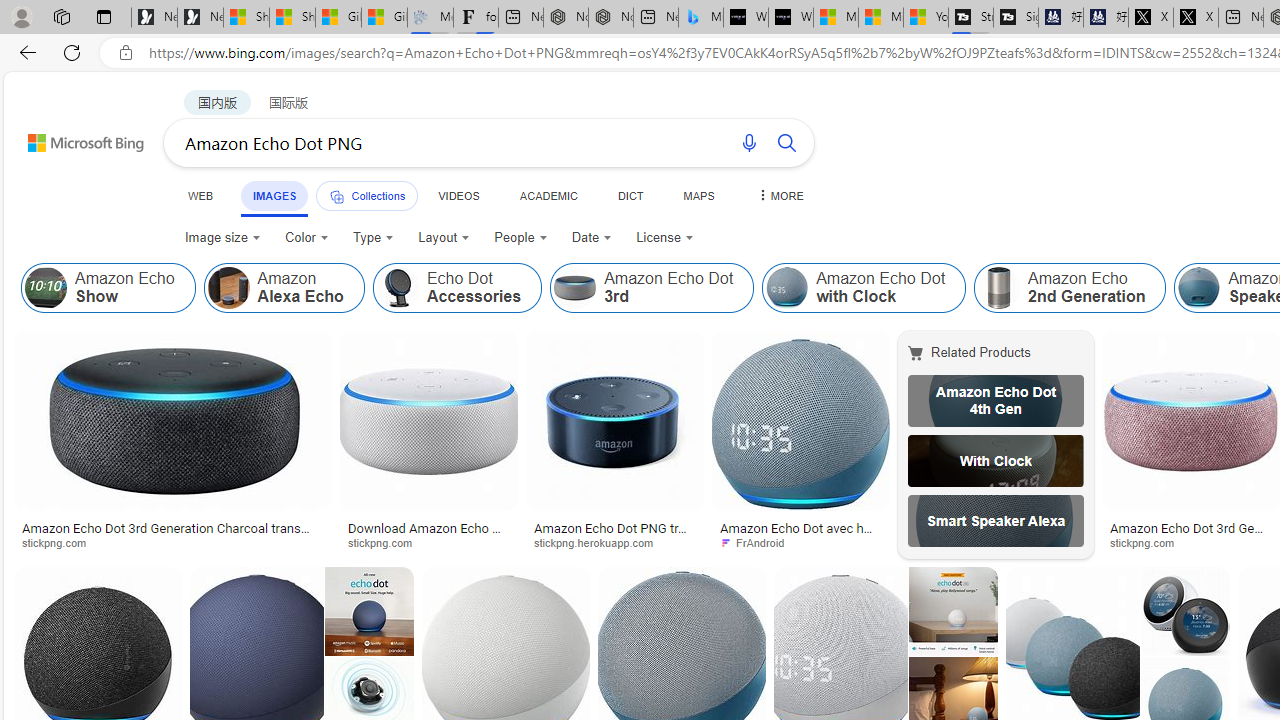 This screenshot has width=1280, height=720. Describe the element at coordinates (591, 236) in the screenshot. I see `'Date'` at that location.